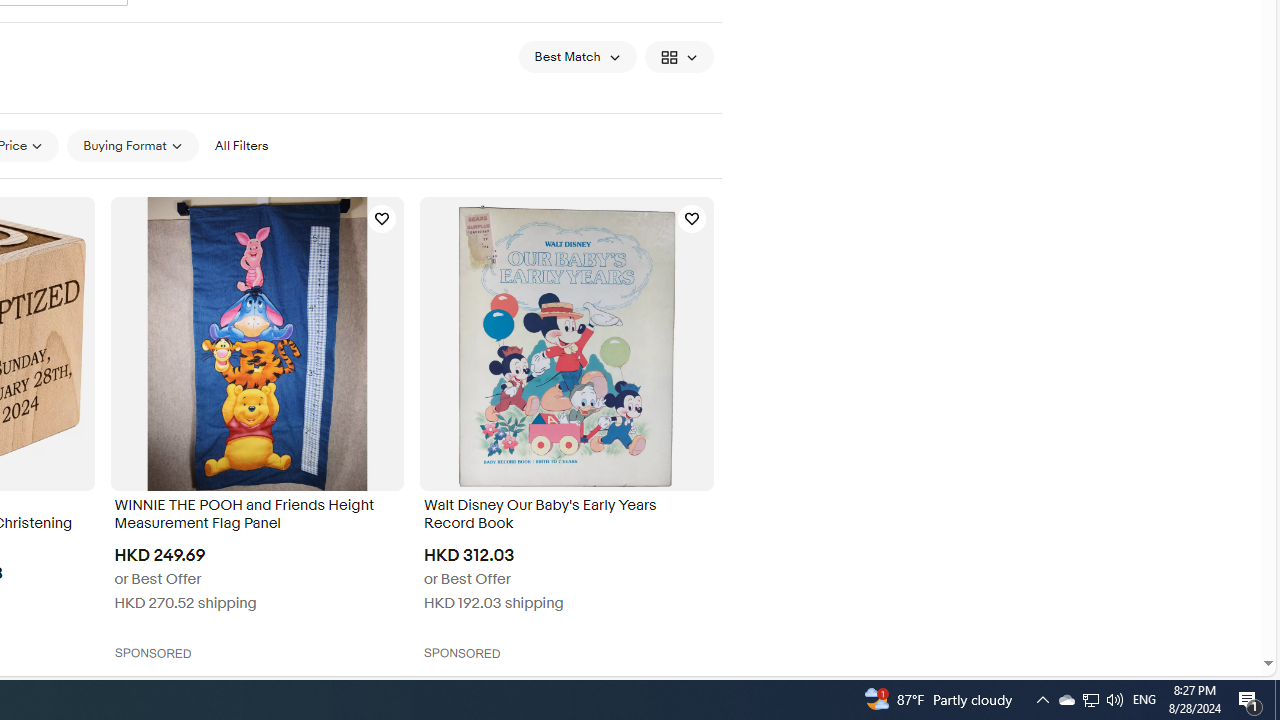 The image size is (1280, 720). Describe the element at coordinates (131, 145) in the screenshot. I see `'Buying Format'` at that location.